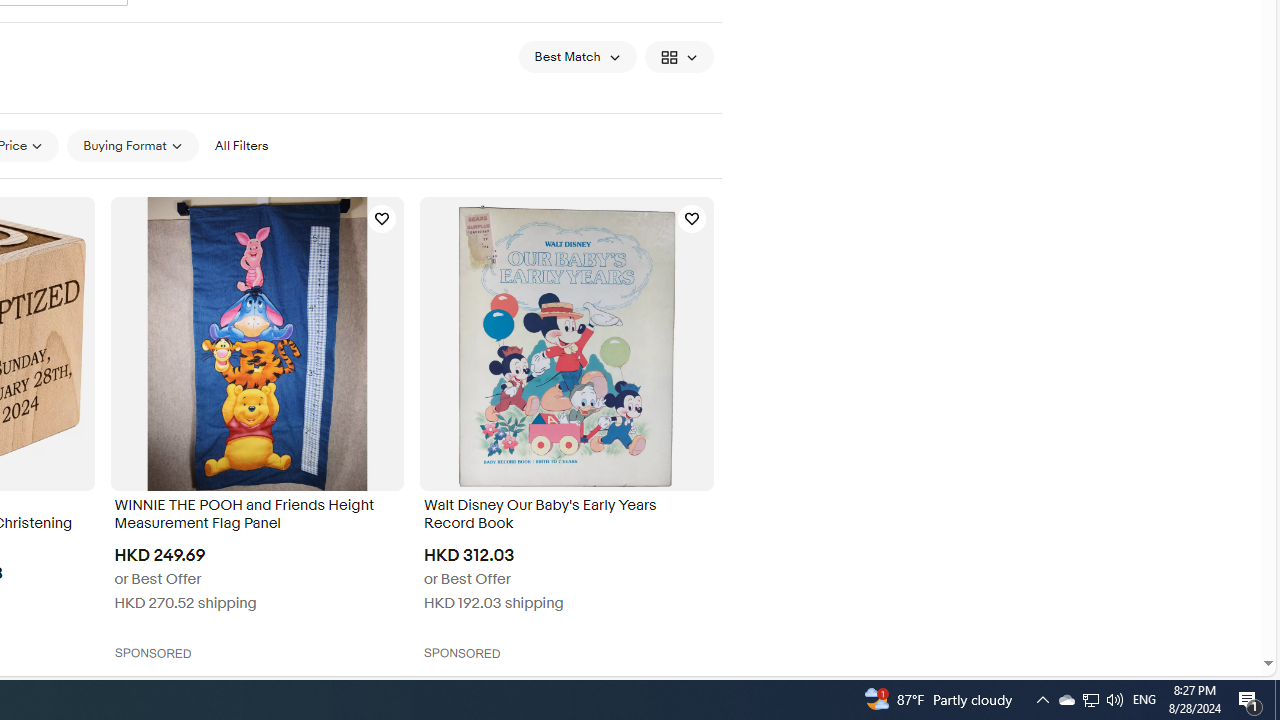 The image size is (1280, 720). Describe the element at coordinates (131, 145) in the screenshot. I see `'Buying Format'` at that location.